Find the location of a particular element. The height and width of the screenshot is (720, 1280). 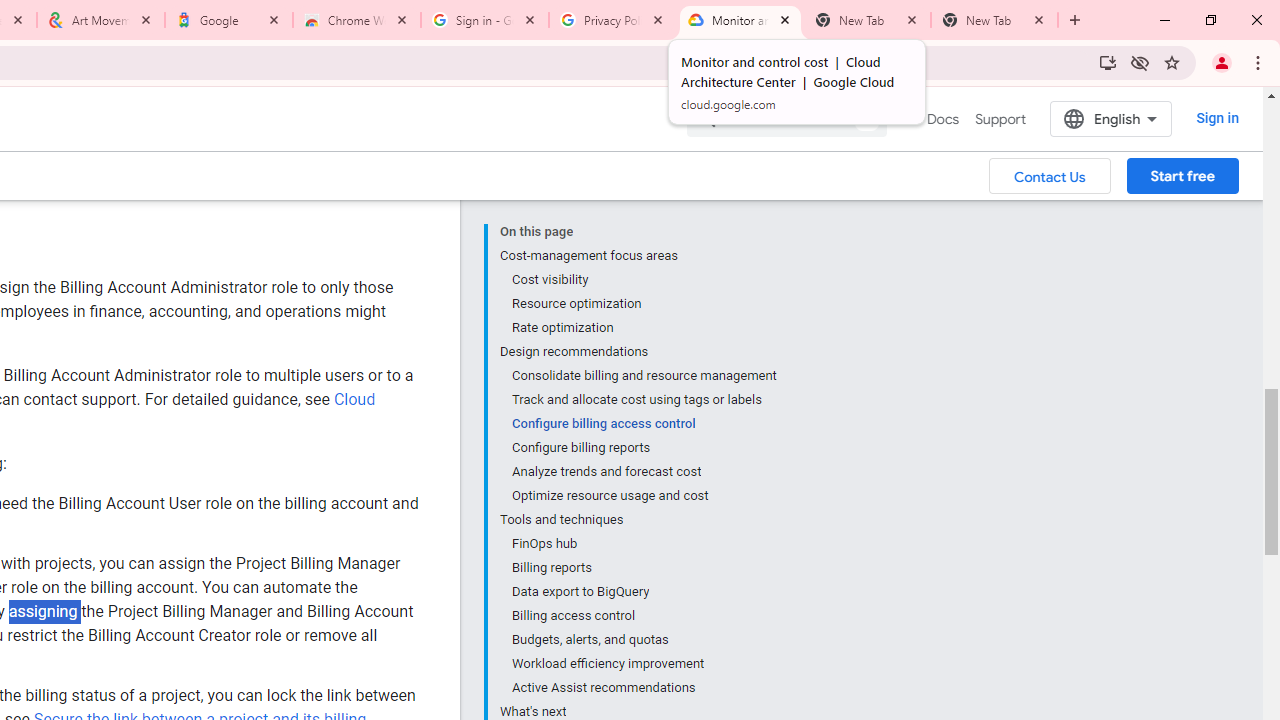

'Optimize resource usage and cost' is located at coordinates (643, 495).